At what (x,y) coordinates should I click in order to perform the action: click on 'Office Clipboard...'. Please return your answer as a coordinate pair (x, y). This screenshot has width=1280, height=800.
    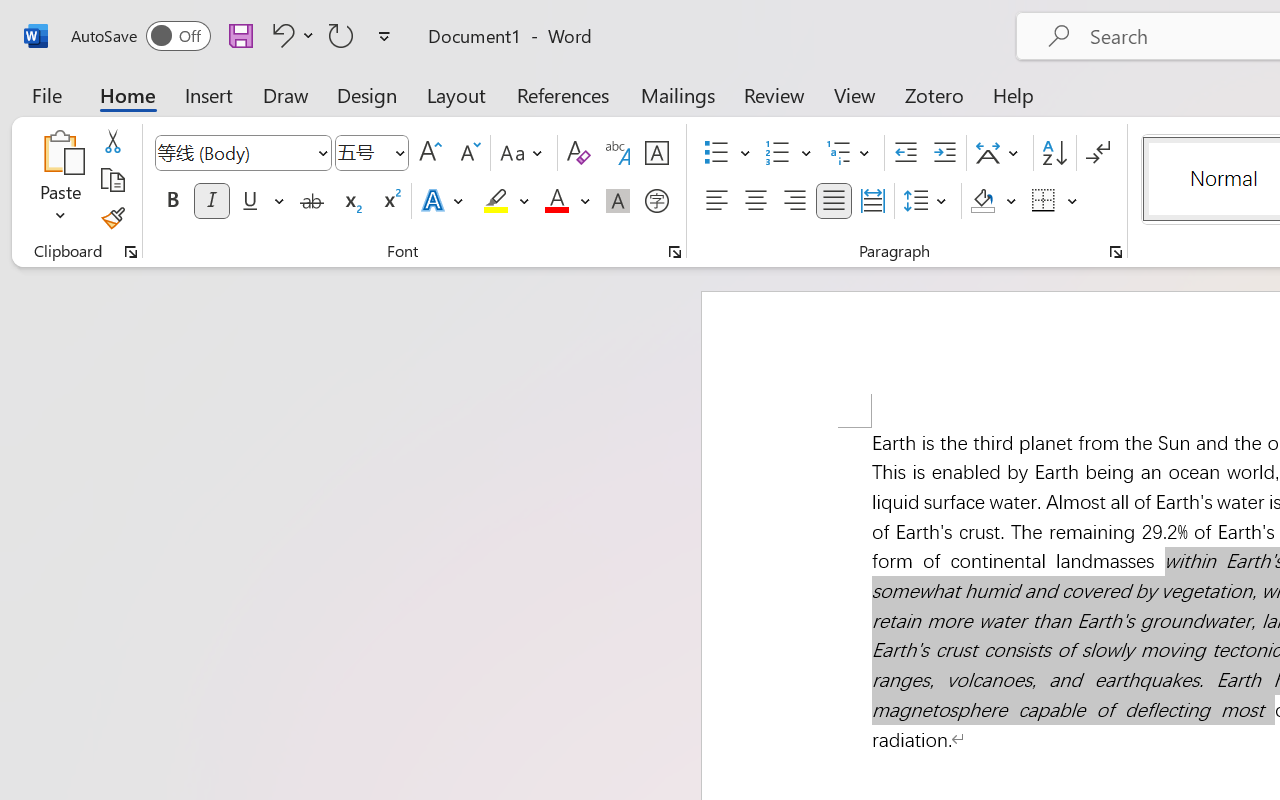
    Looking at the image, I should click on (130, 251).